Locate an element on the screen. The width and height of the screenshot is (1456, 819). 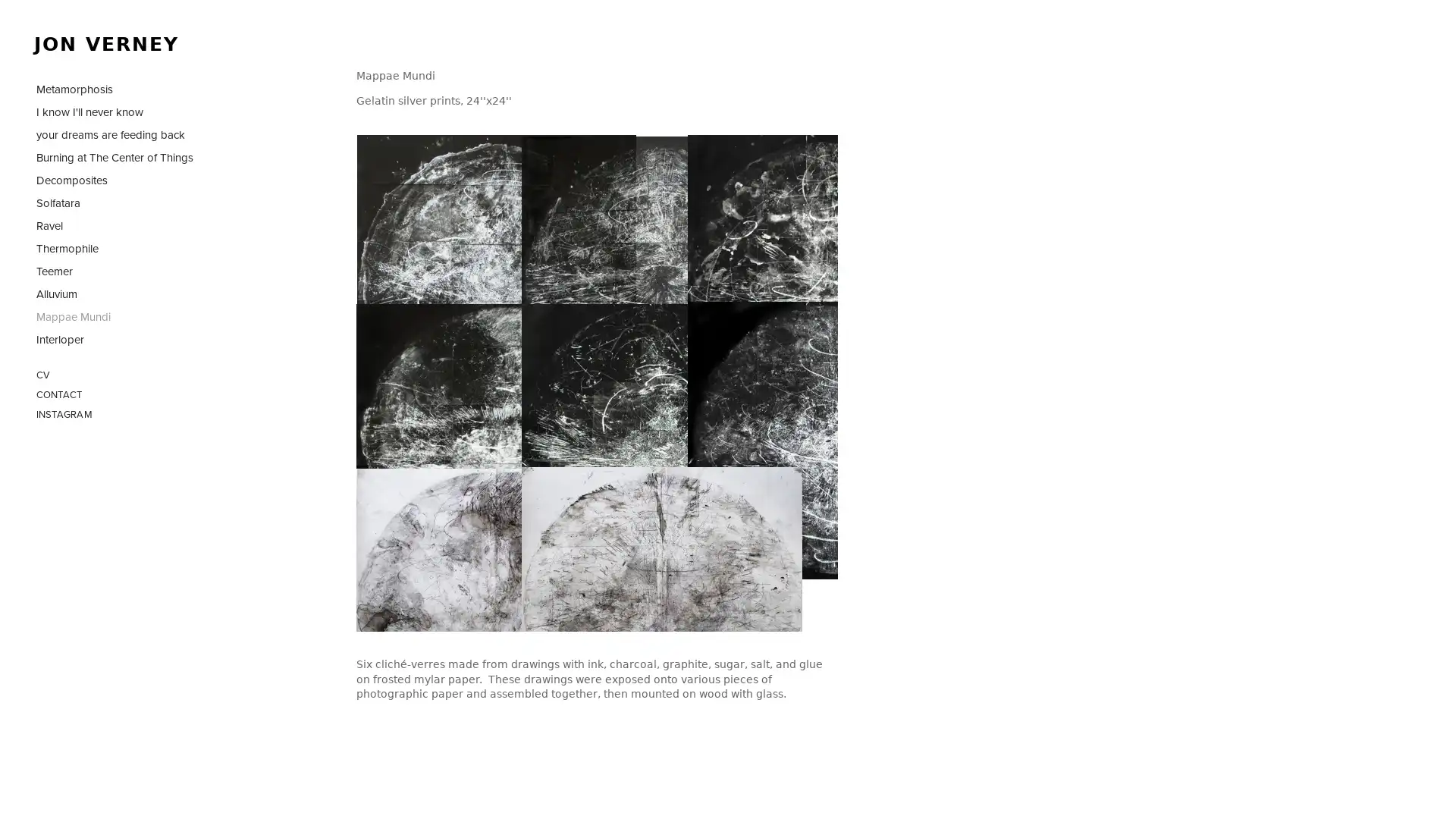
View fullsize mundi5.jpg is located at coordinates (596, 375).